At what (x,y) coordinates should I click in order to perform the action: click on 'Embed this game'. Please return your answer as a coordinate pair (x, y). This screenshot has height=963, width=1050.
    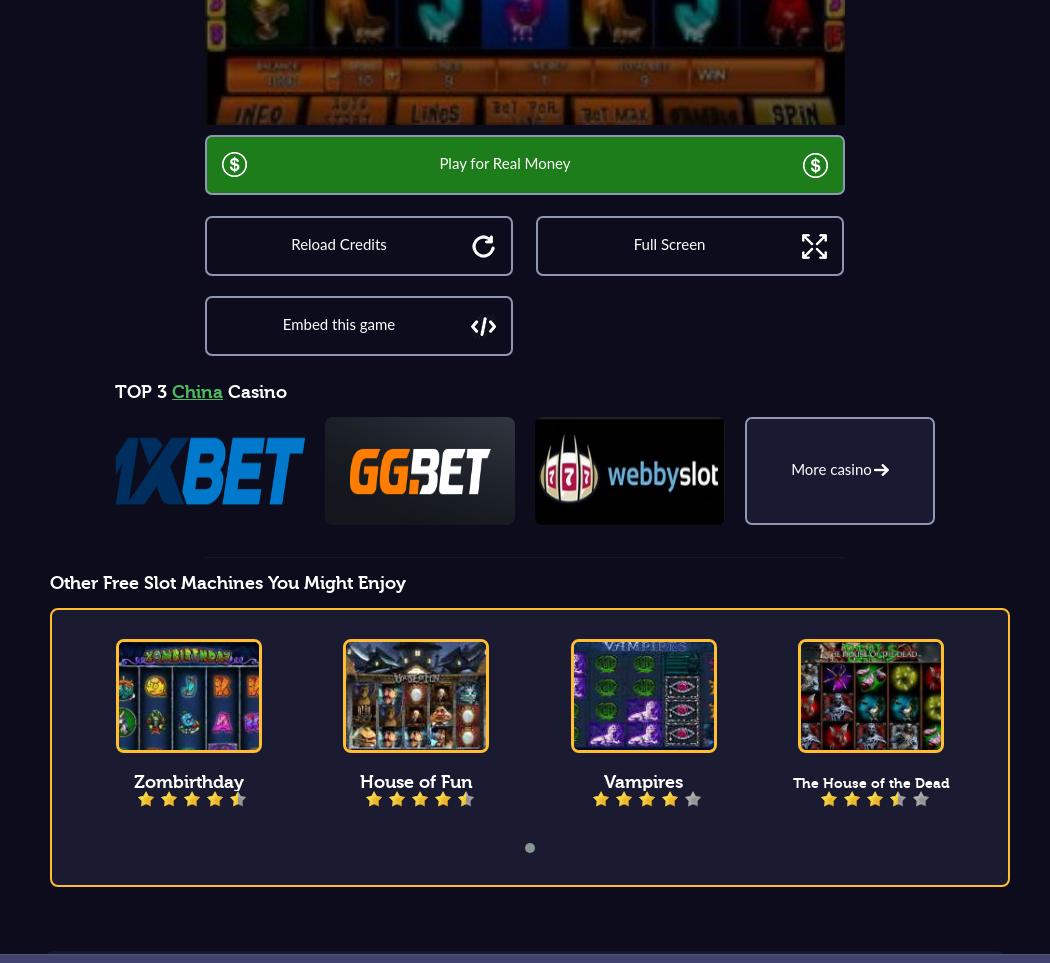
    Looking at the image, I should click on (338, 325).